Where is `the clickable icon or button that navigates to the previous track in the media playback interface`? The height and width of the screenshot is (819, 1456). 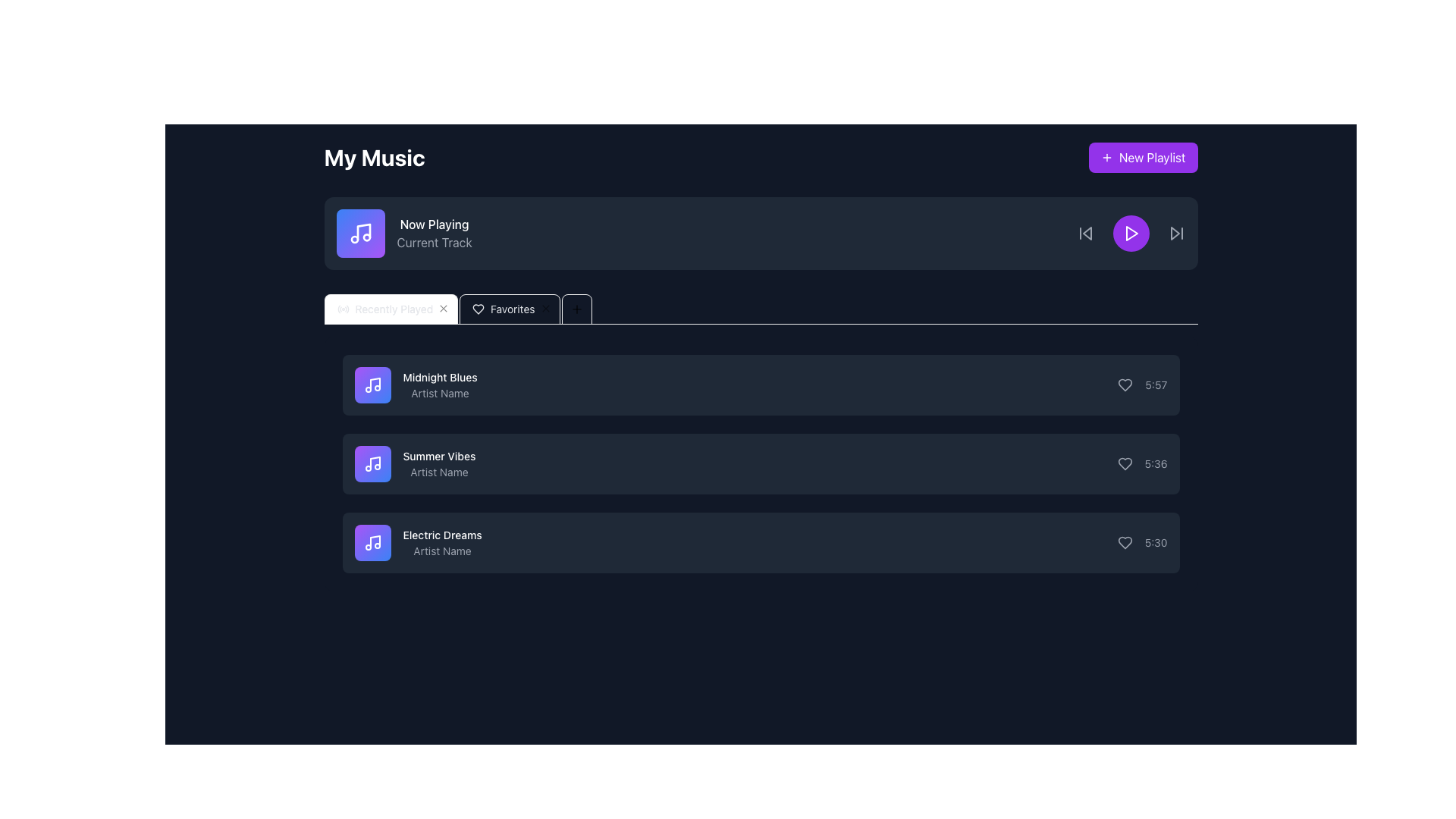 the clickable icon or button that navigates to the previous track in the media playback interface is located at coordinates (1086, 234).